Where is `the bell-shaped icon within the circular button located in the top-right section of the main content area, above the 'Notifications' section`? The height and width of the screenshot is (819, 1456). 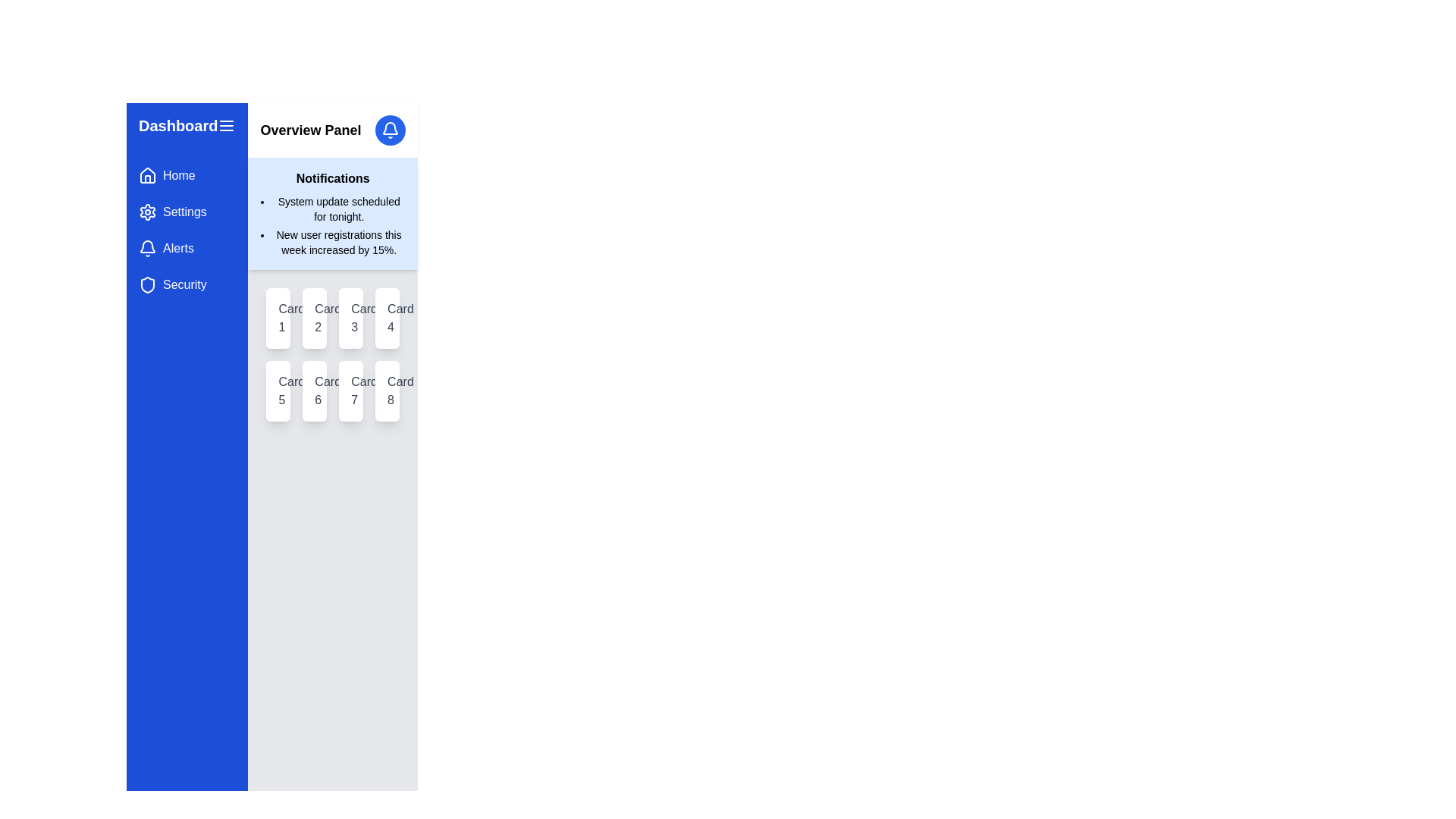
the bell-shaped icon within the circular button located in the top-right section of the main content area, above the 'Notifications' section is located at coordinates (390, 130).